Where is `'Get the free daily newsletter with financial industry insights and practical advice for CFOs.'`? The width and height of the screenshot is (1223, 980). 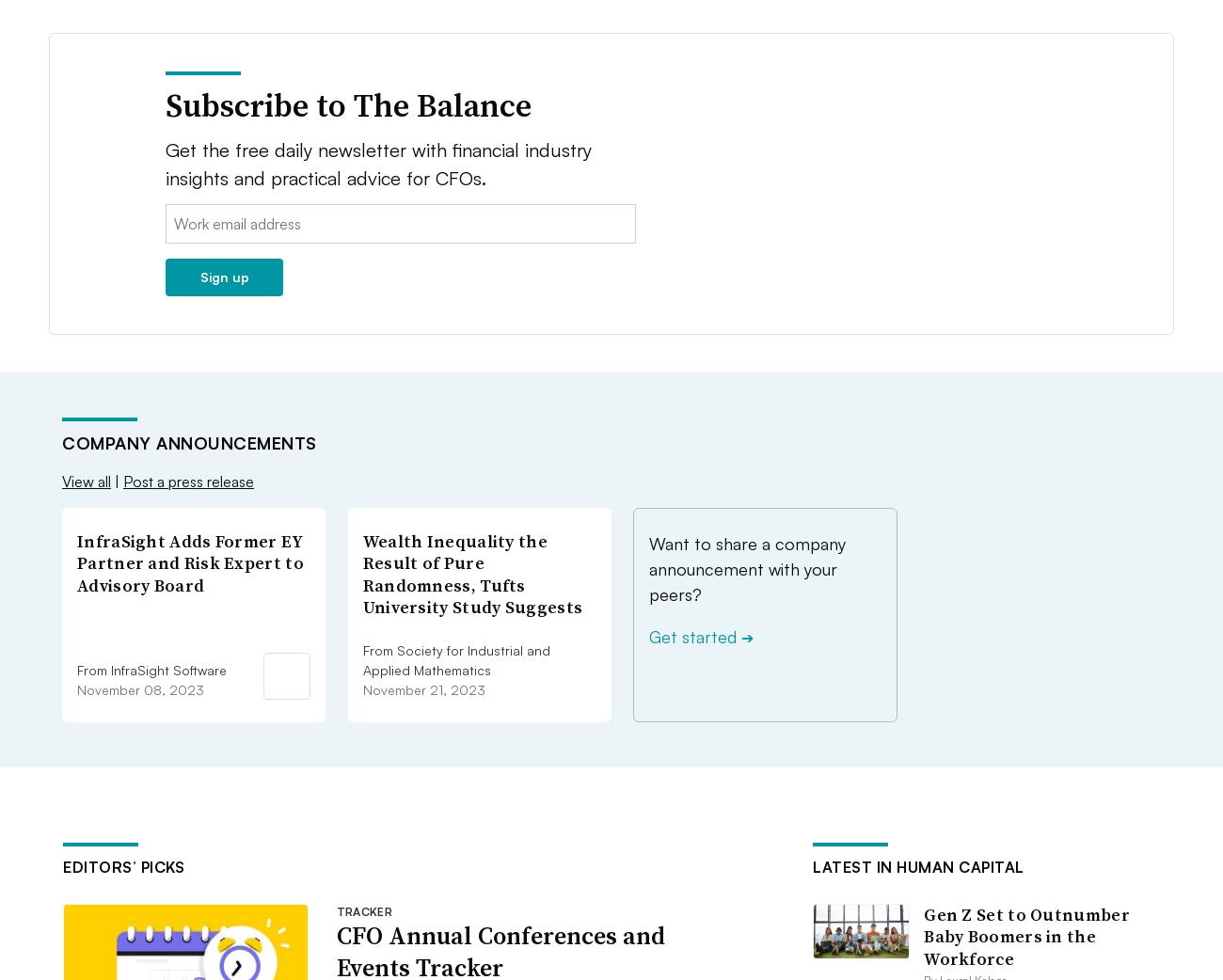
'Get the free daily newsletter with financial industry insights and practical advice for CFOs.' is located at coordinates (378, 163).